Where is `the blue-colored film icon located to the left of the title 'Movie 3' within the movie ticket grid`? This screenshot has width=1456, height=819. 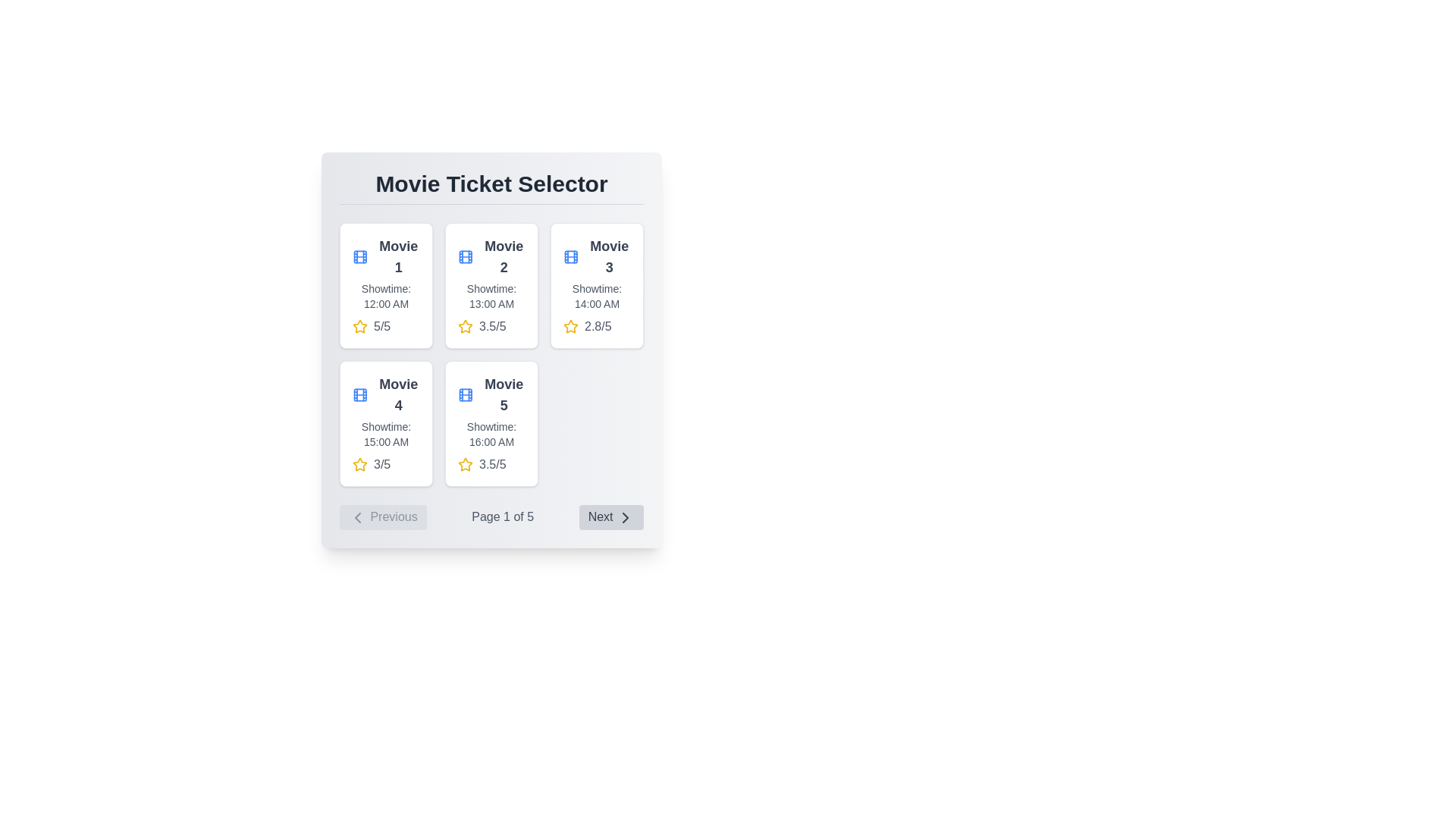 the blue-colored film icon located to the left of the title 'Movie 3' within the movie ticket grid is located at coordinates (570, 256).